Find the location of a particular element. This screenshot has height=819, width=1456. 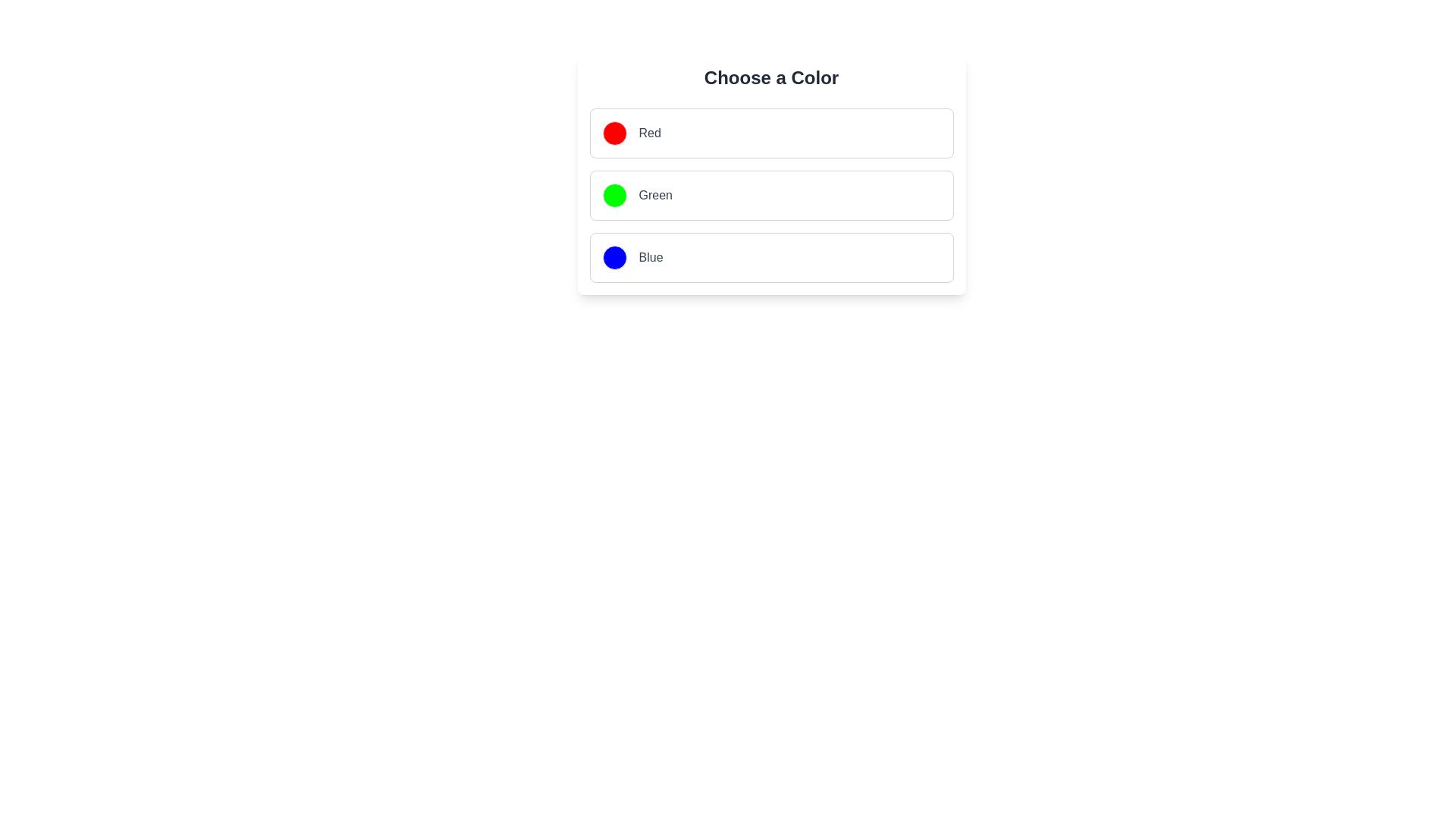

the text label that indicates the associated color option, located to the right of the green circular icon in the second choice box of color options is located at coordinates (655, 195).